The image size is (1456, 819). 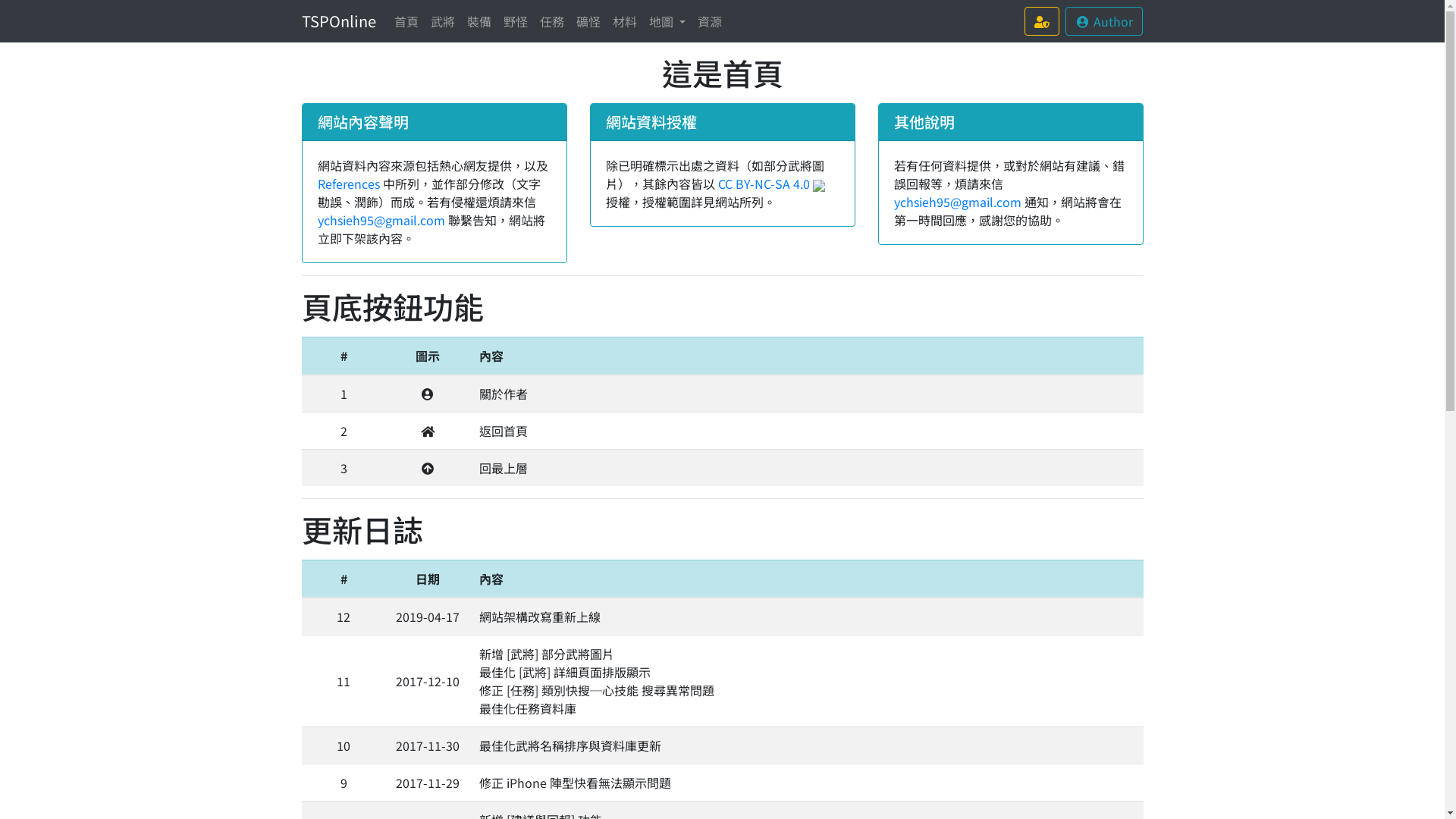 What do you see at coordinates (315, 183) in the screenshot?
I see `'References'` at bounding box center [315, 183].